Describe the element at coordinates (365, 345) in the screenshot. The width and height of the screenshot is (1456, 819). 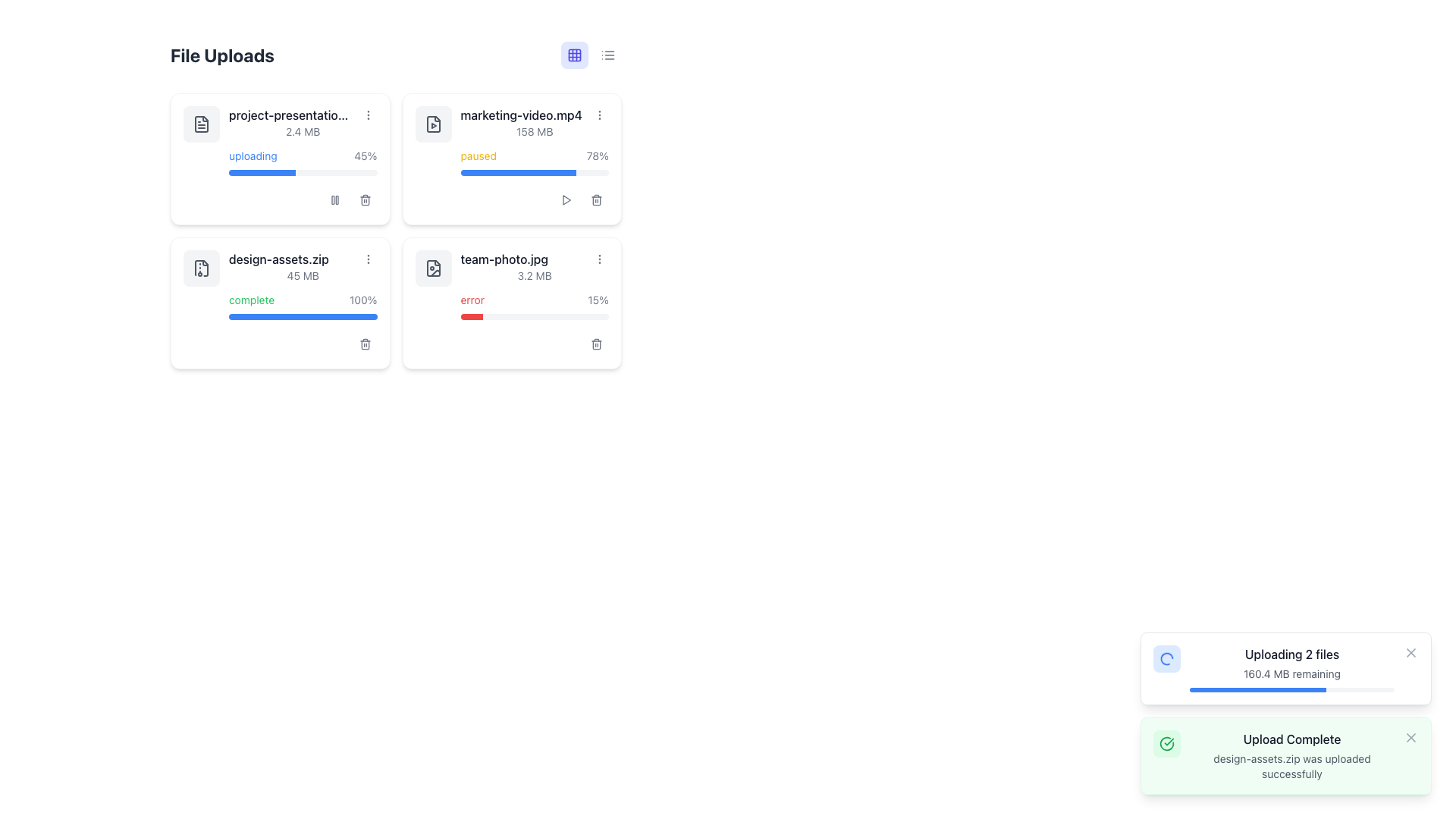
I see `the delete icon, which resembles a trash bin, located to the right of the progress bar and below the file name and status text in the file upload section` at that location.